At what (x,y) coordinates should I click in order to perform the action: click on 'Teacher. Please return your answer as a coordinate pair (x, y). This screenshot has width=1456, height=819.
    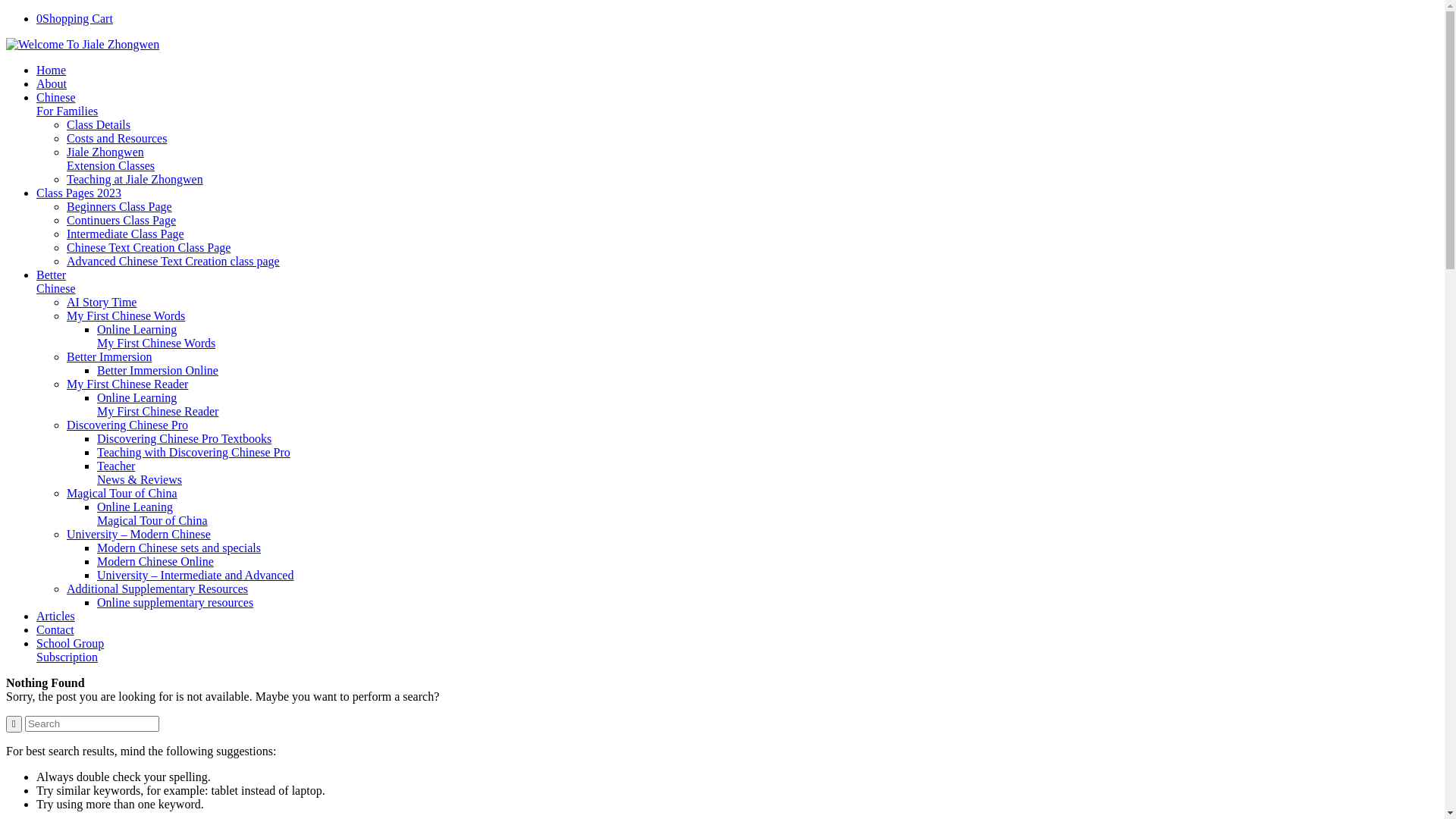
    Looking at the image, I should click on (139, 472).